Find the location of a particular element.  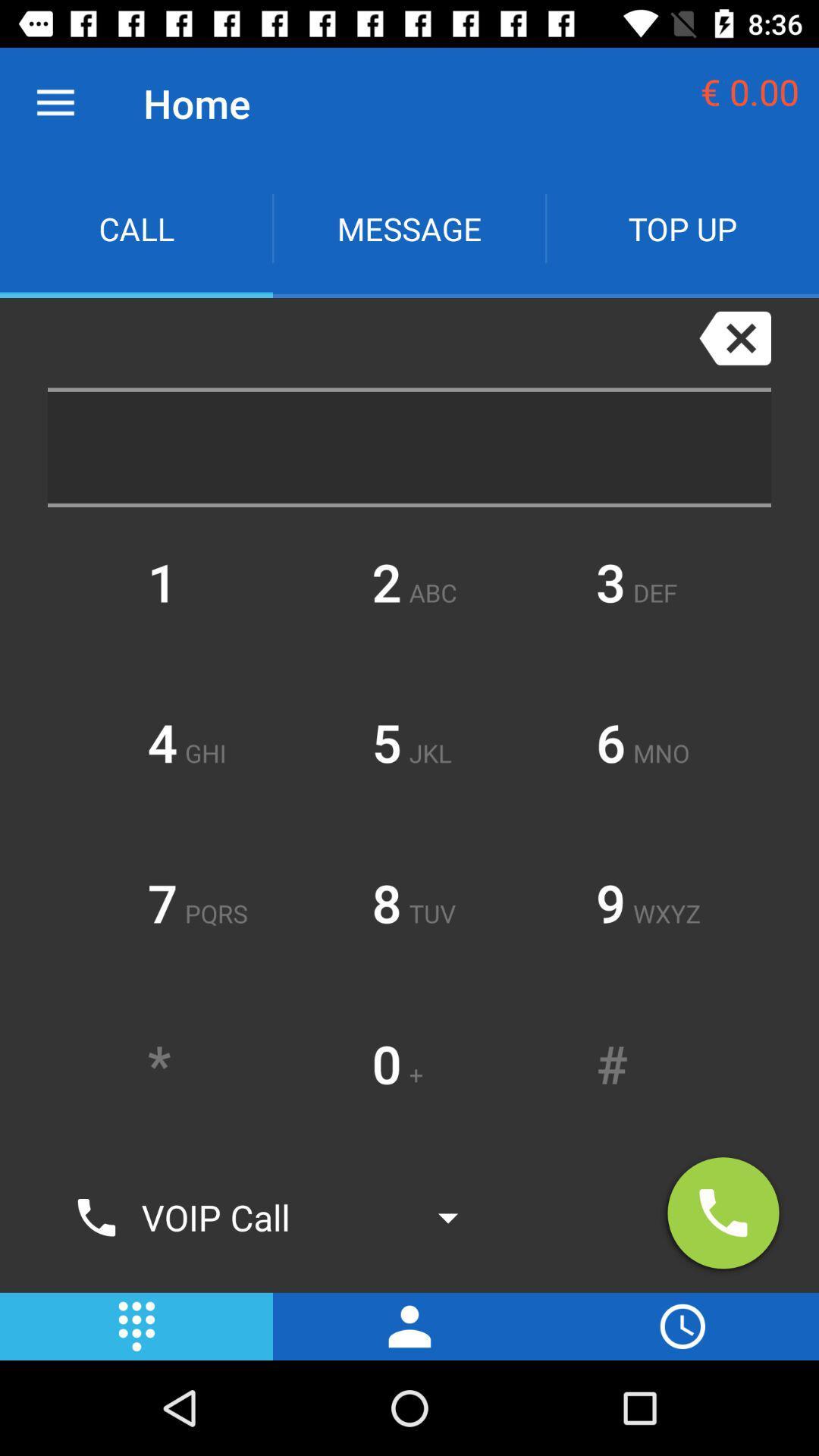

the app below call is located at coordinates (362, 342).